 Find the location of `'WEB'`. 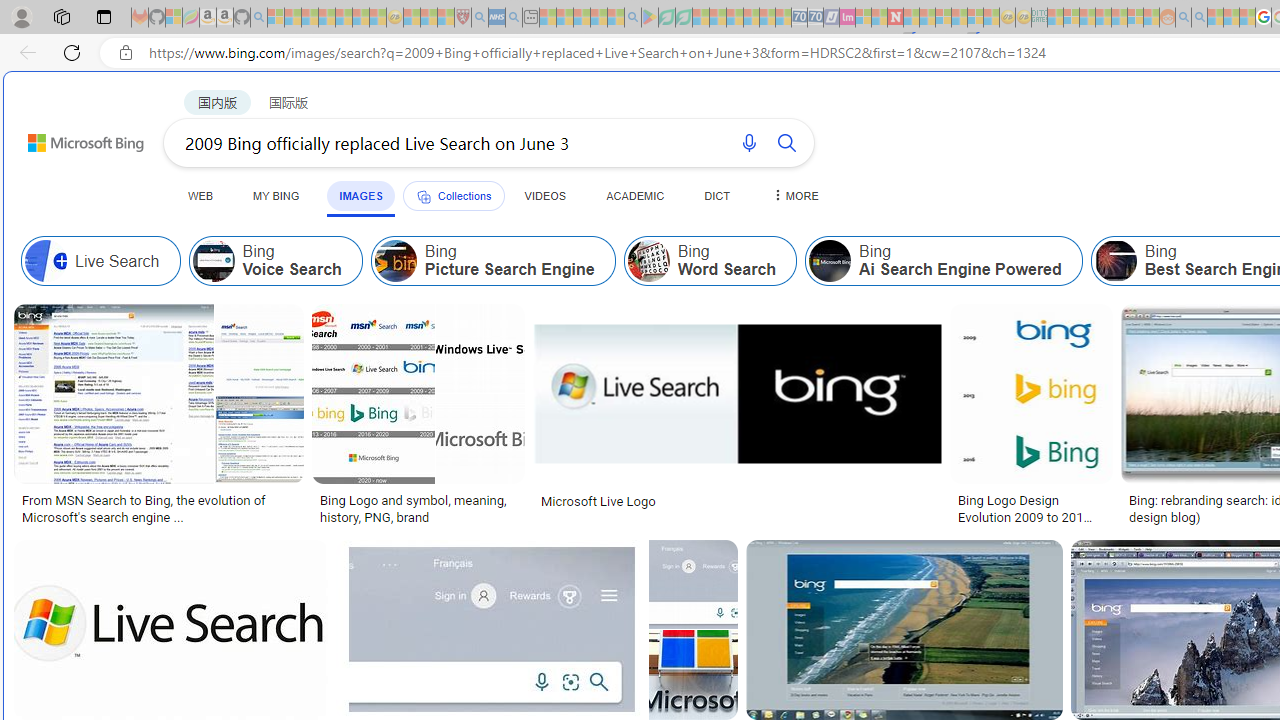

'WEB' is located at coordinates (201, 195).